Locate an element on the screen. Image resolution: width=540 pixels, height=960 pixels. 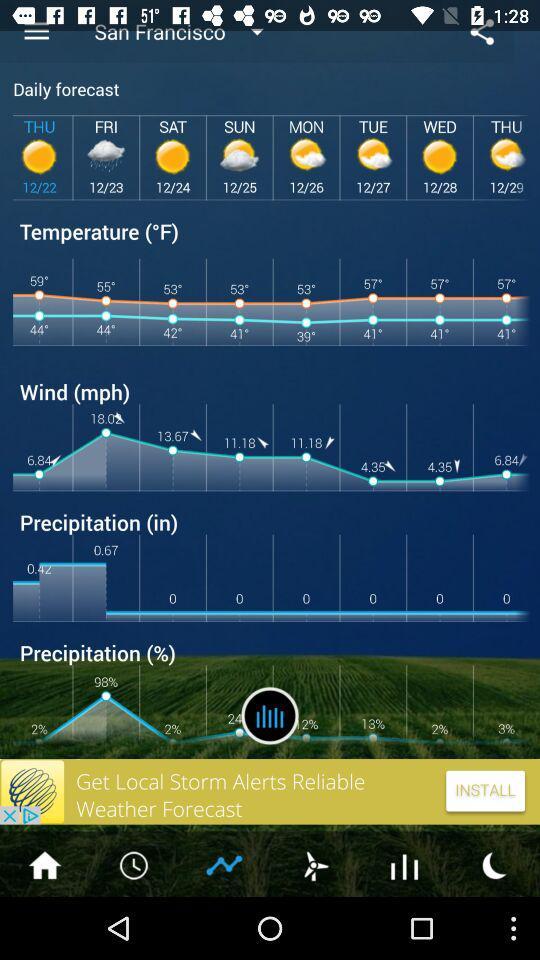
the home icon is located at coordinates (44, 925).